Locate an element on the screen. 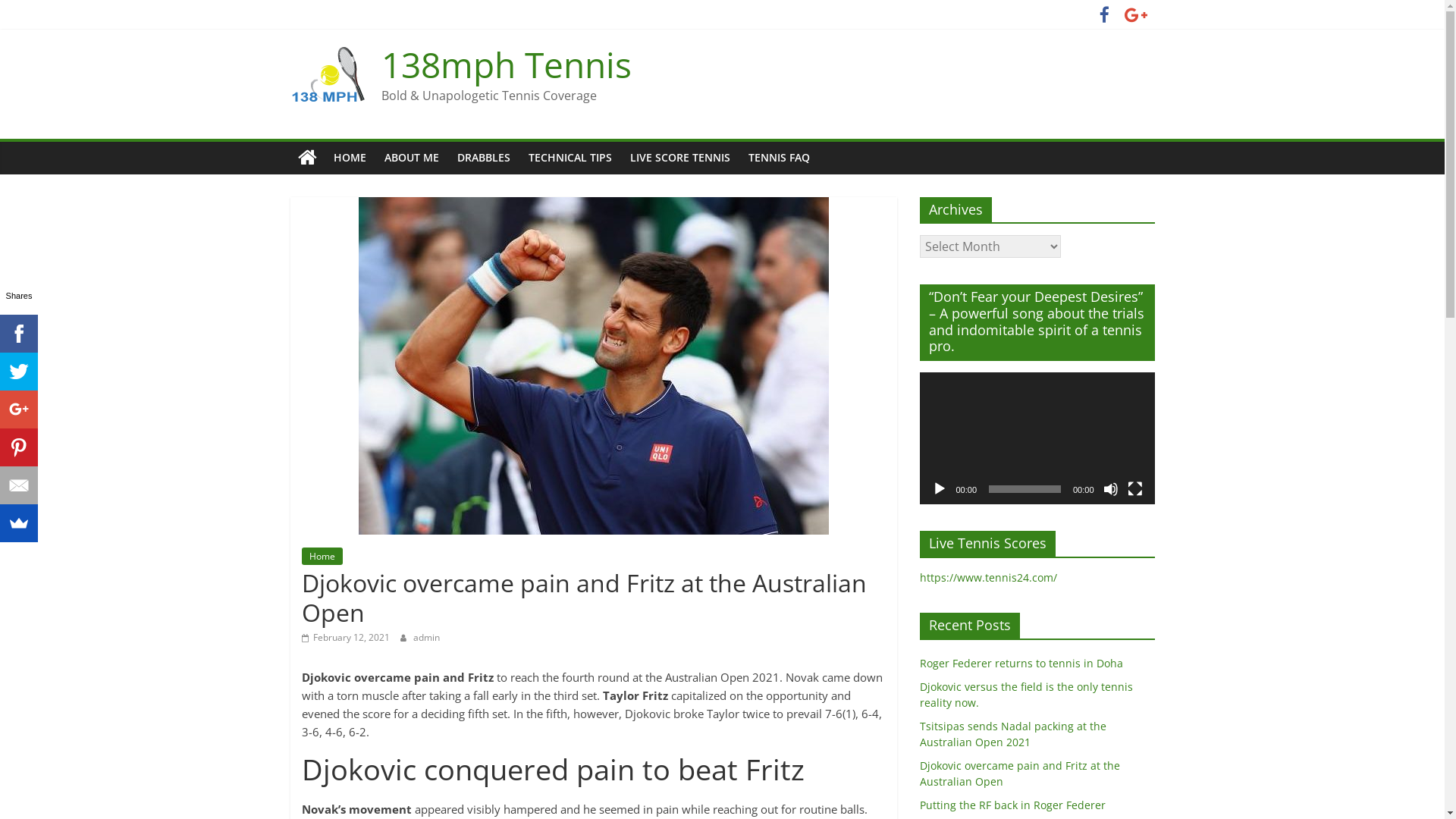 This screenshot has width=1456, height=819. 'Fullscreen' is located at coordinates (1134, 488).